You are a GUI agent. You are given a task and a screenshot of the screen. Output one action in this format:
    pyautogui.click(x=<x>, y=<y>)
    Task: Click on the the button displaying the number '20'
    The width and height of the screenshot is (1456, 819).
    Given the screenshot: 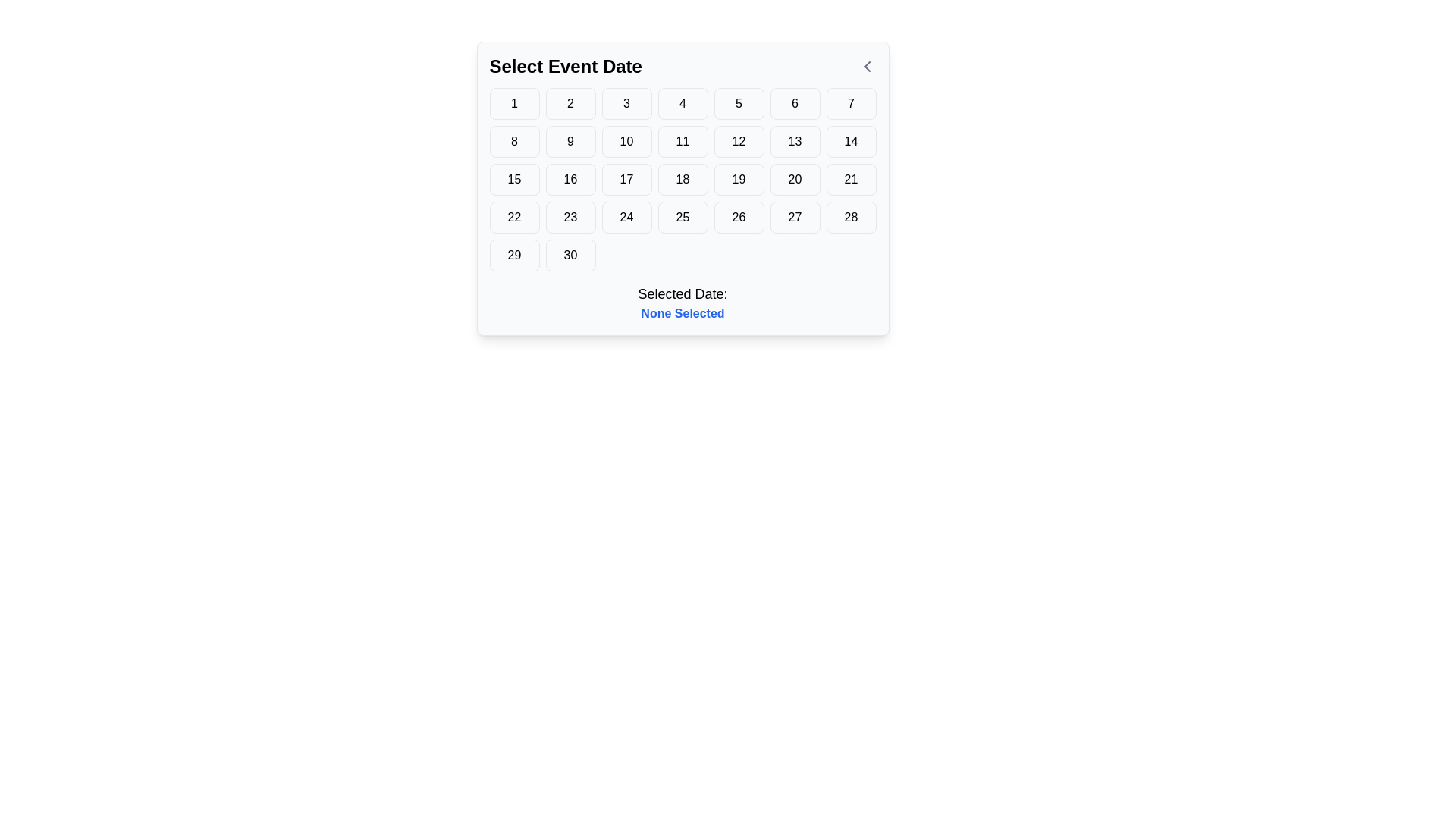 What is the action you would take?
    pyautogui.click(x=794, y=178)
    